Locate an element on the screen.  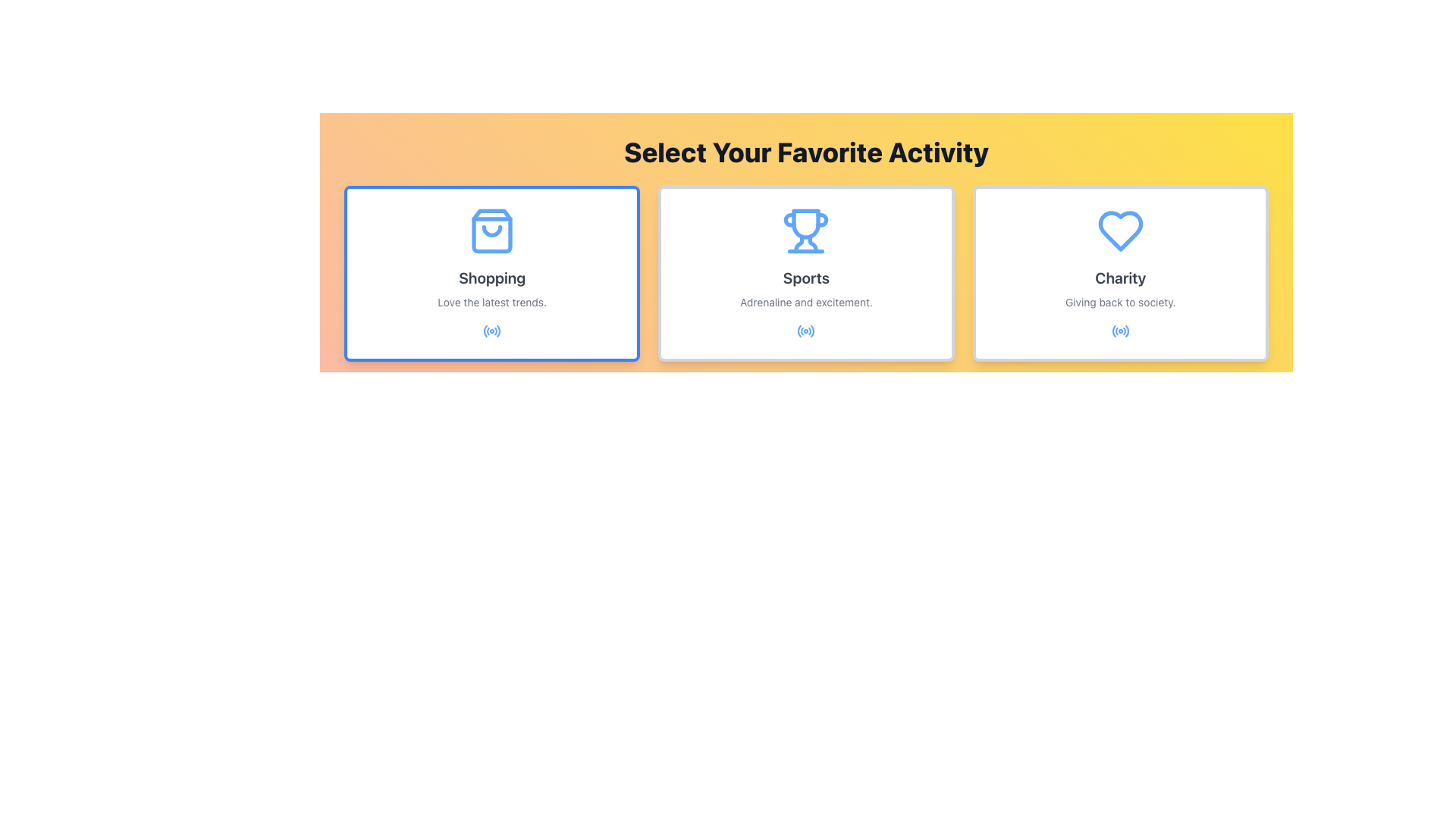
the upper rounded portion of the trophy represented in blue within the 'Sports' card icon is located at coordinates (805, 224).